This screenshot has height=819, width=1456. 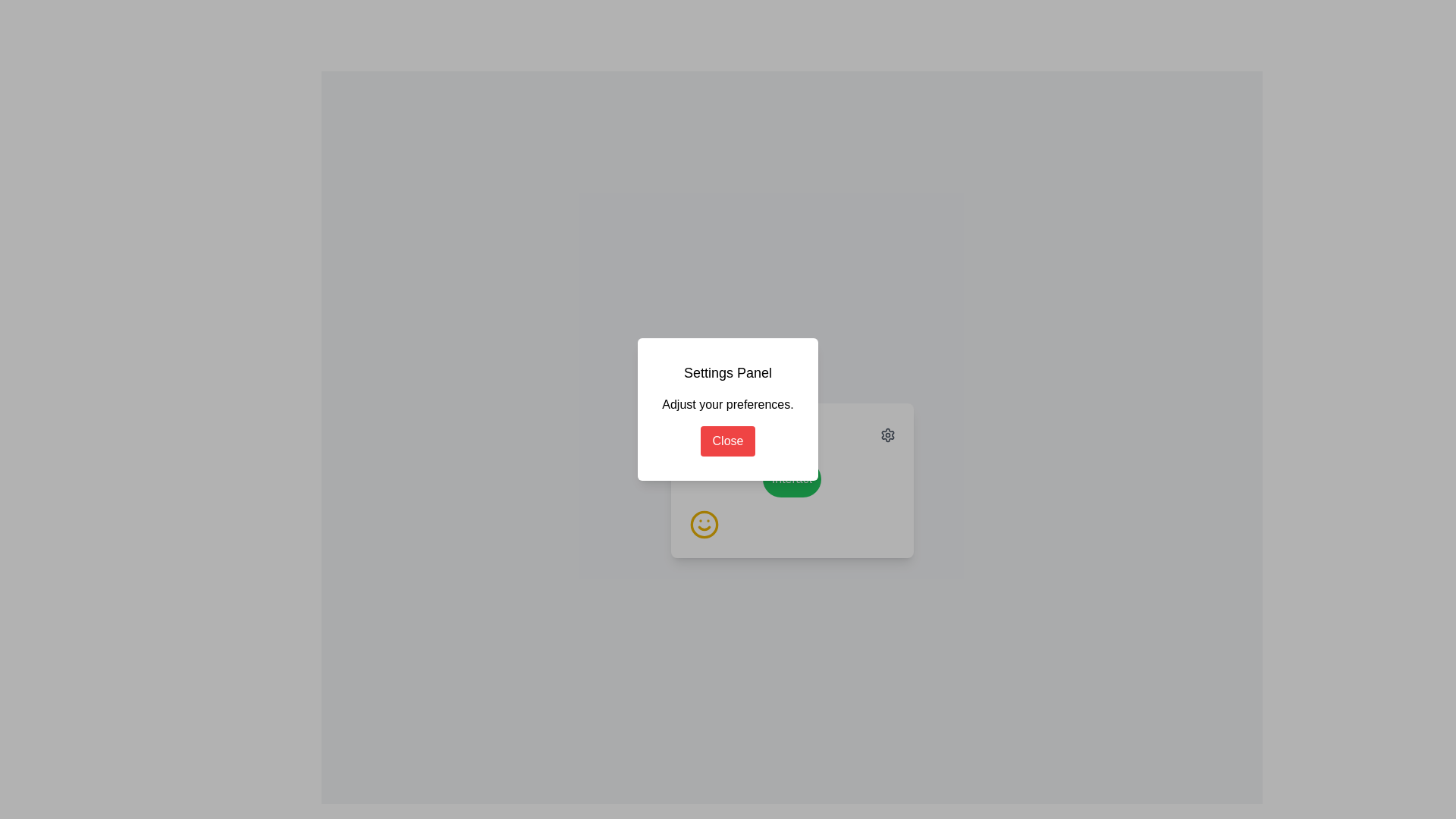 I want to click on the gear icon in the bottom right corner of the main card interface to invoke its settings functionality, so click(x=887, y=435).